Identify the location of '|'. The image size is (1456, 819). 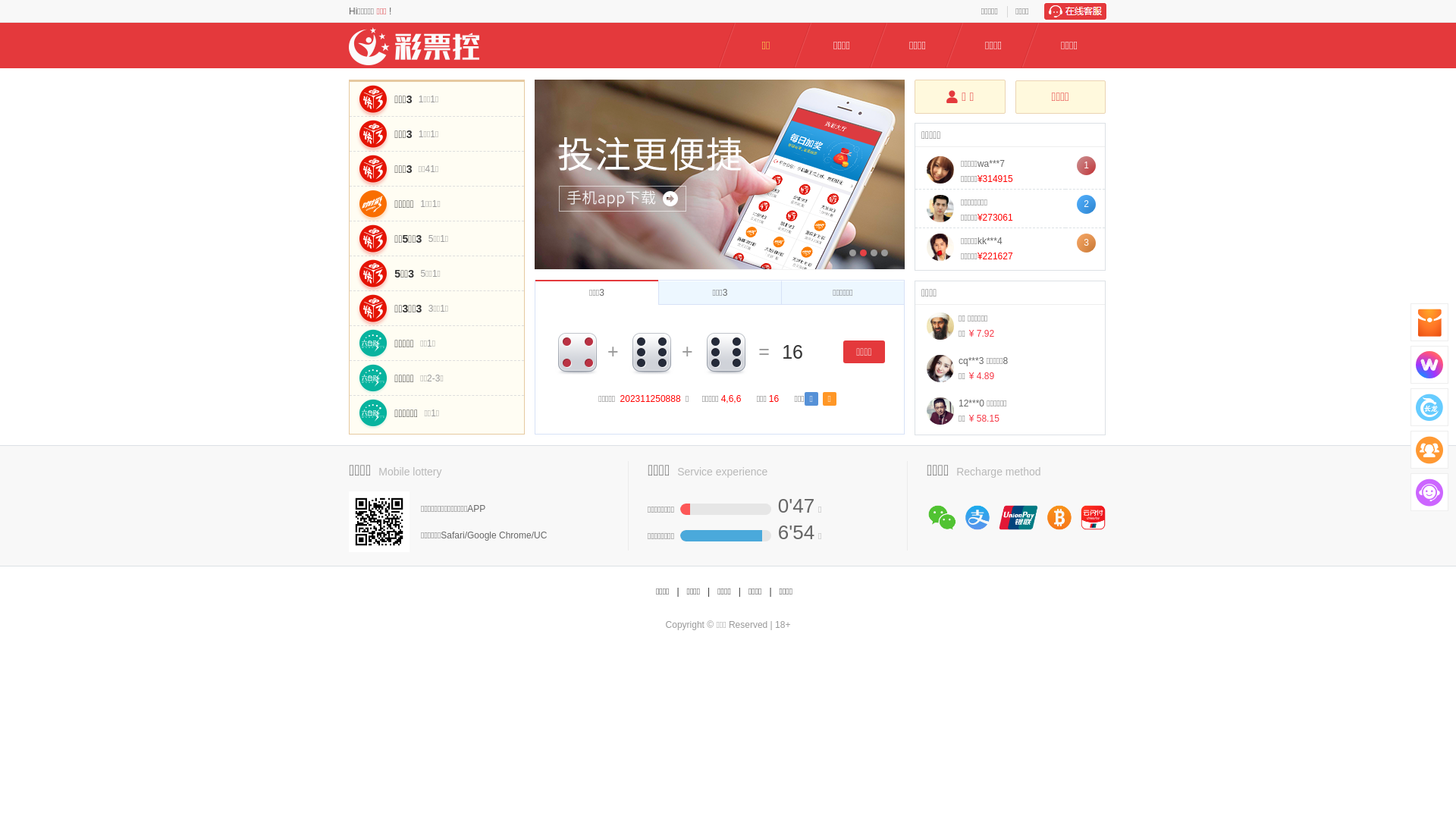
(708, 591).